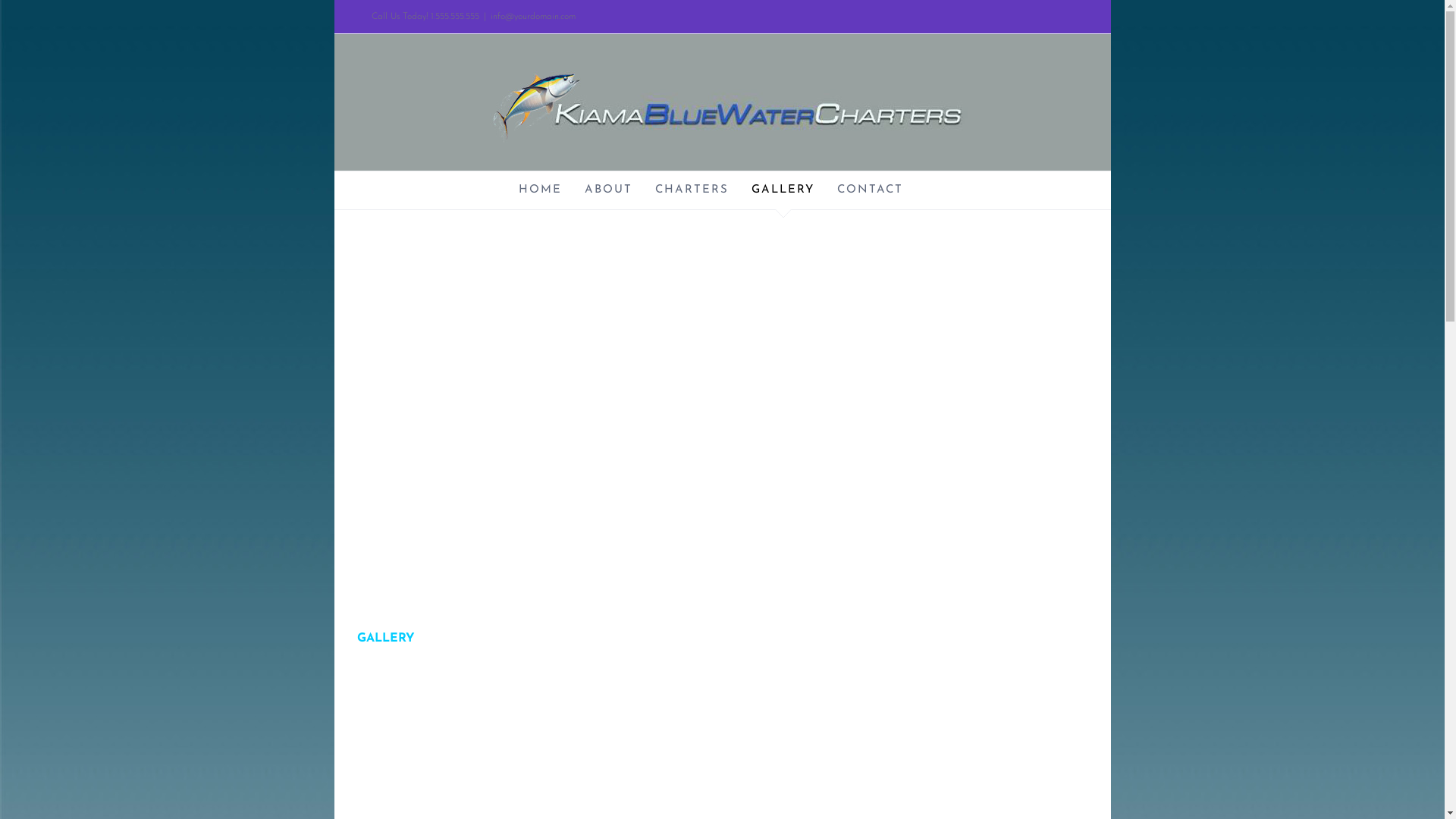 This screenshot has height=819, width=1456. Describe the element at coordinates (540, 189) in the screenshot. I see `'HOME'` at that location.